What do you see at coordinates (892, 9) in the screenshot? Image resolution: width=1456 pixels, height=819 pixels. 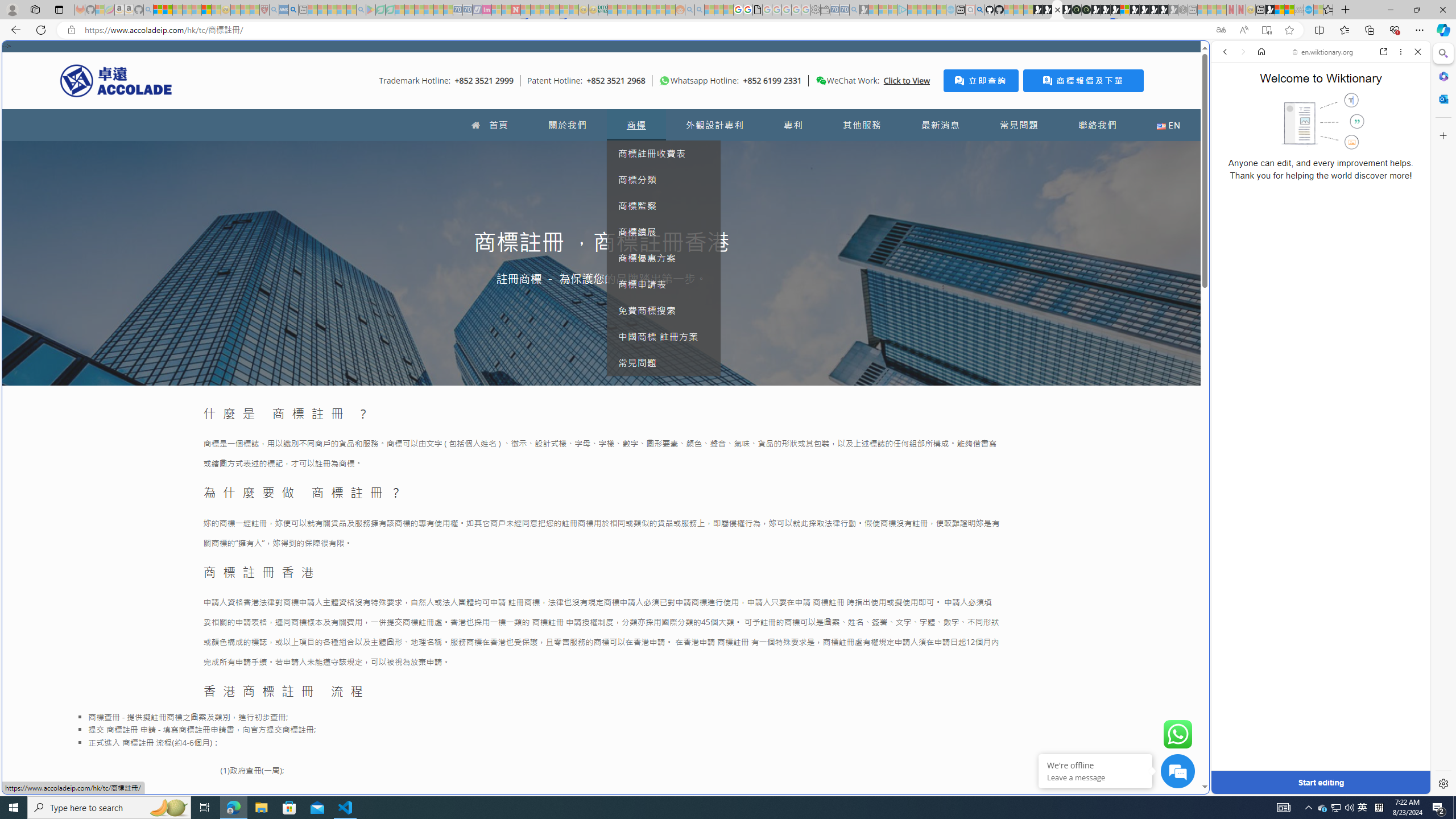 I see `'Microsoft account | Privacy - Sleeping'` at bounding box center [892, 9].